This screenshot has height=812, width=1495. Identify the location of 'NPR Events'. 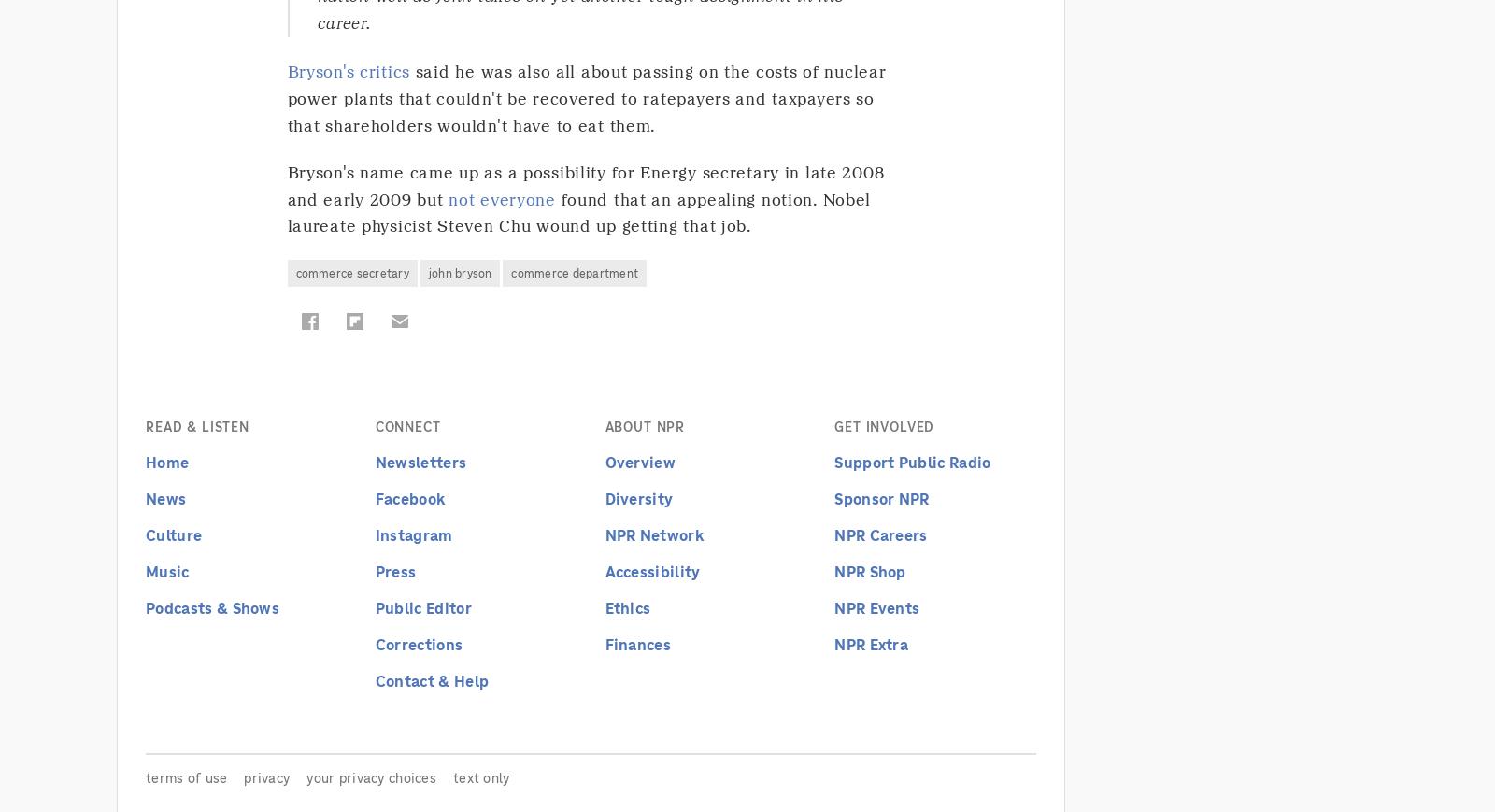
(876, 607).